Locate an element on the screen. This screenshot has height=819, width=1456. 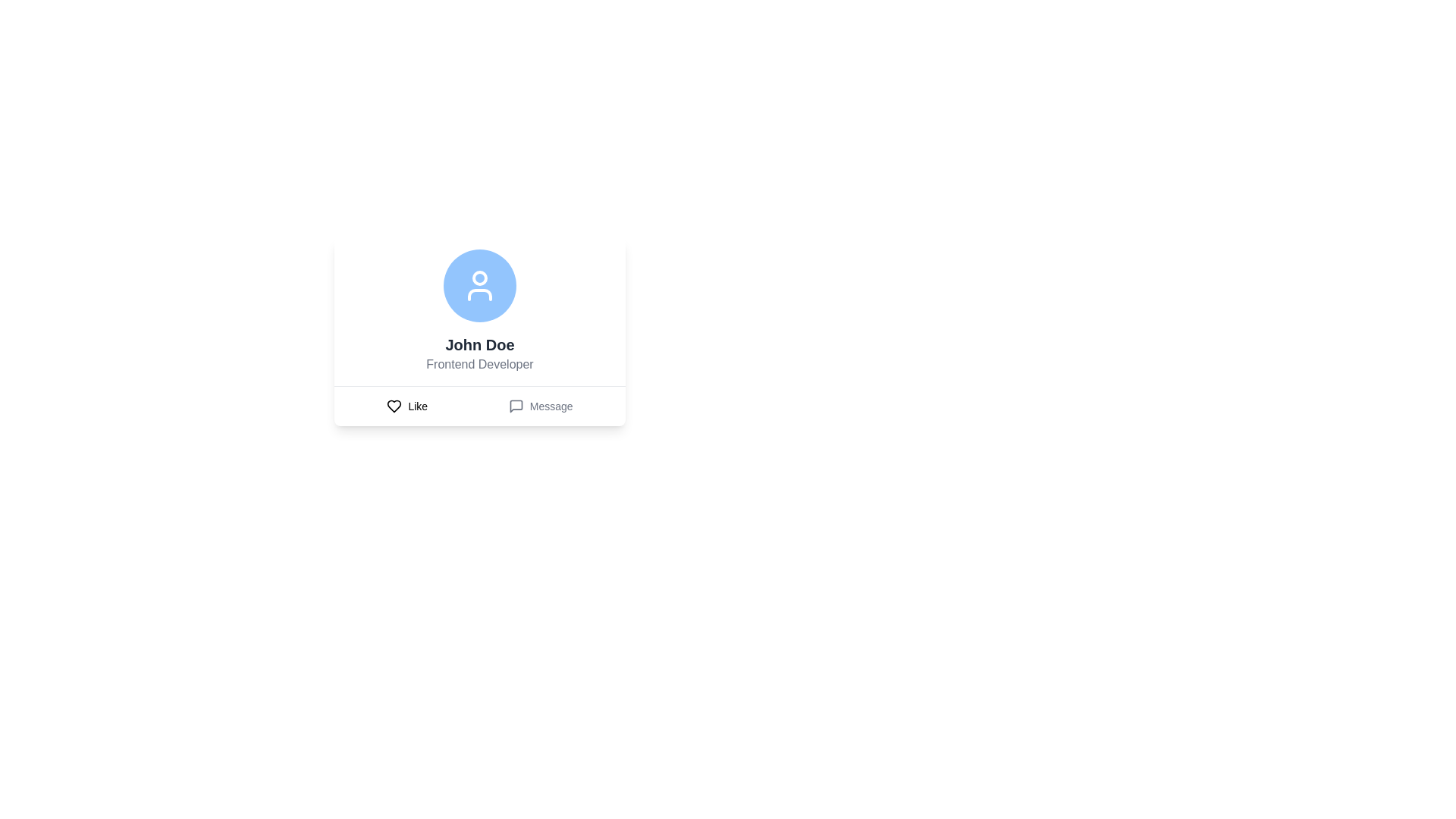
text element displaying 'John Doe' and 'Frontend Developer' located in the upper center part of the card layout, positioned below the circular avatar and above the 'Like' and 'Message' buttons is located at coordinates (479, 359).